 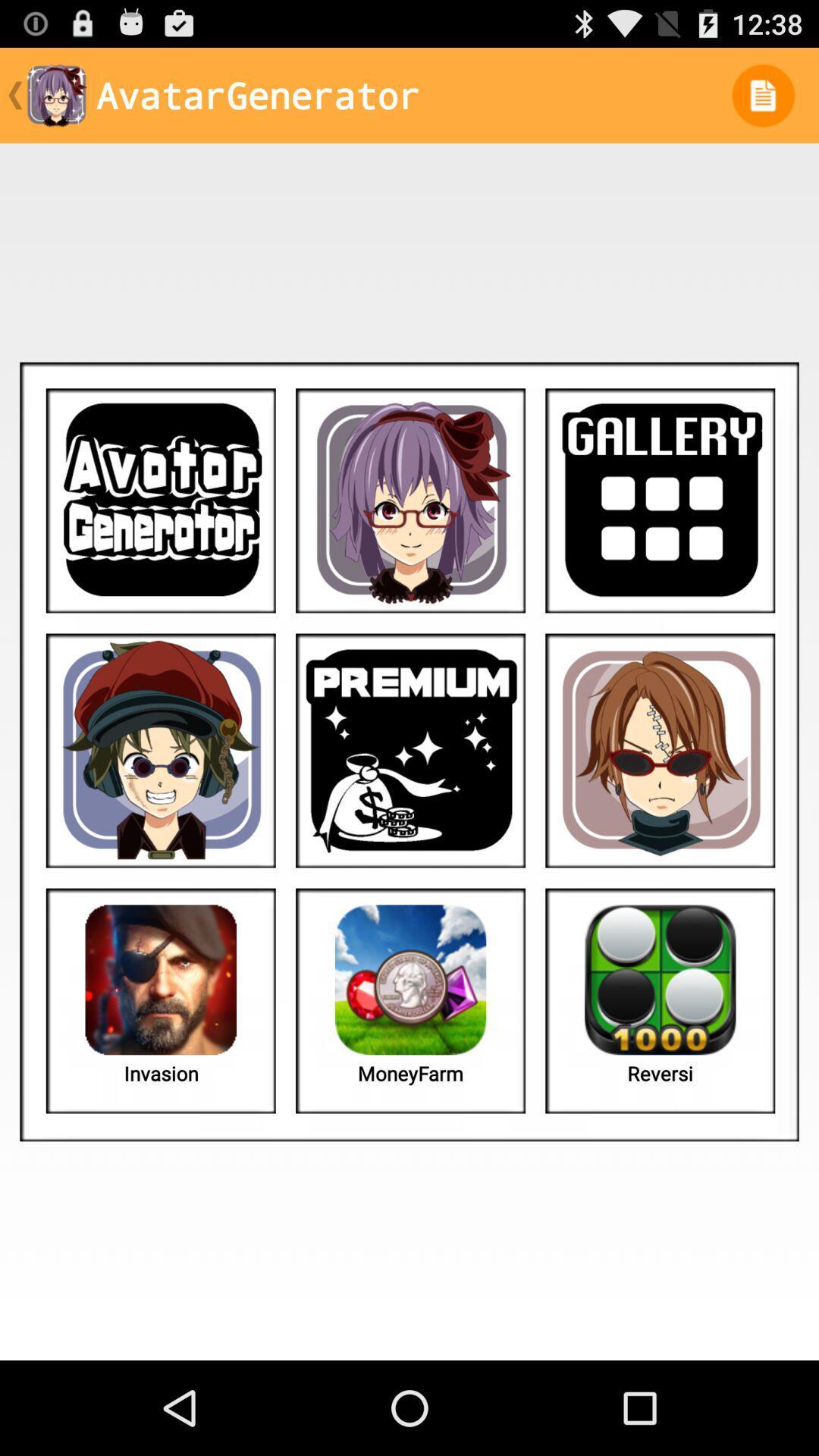 I want to click on the second image in the second row, so click(x=410, y=751).